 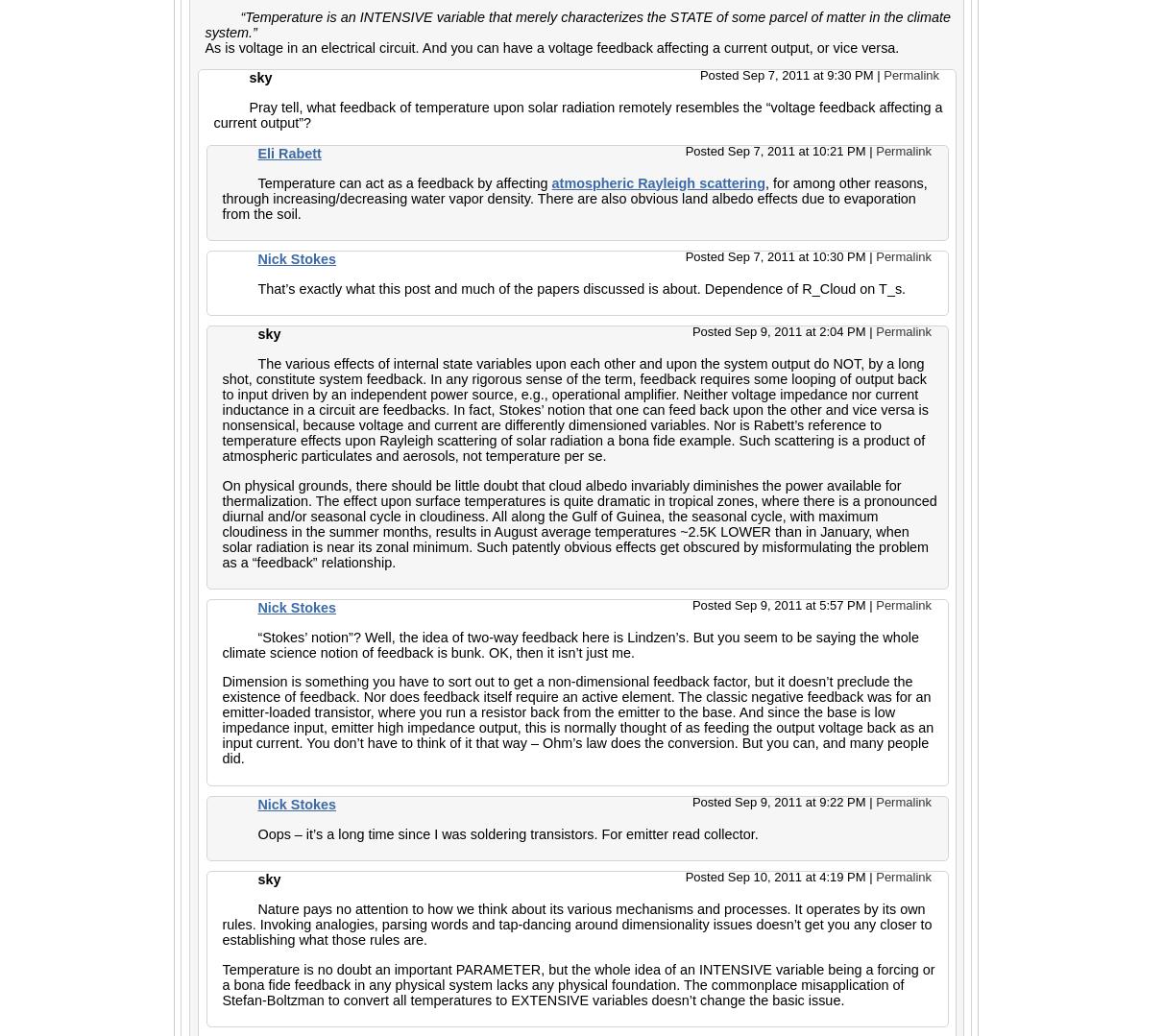 What do you see at coordinates (776, 255) in the screenshot?
I see `'Posted Sep 7, 2011 at 10:30 PM'` at bounding box center [776, 255].